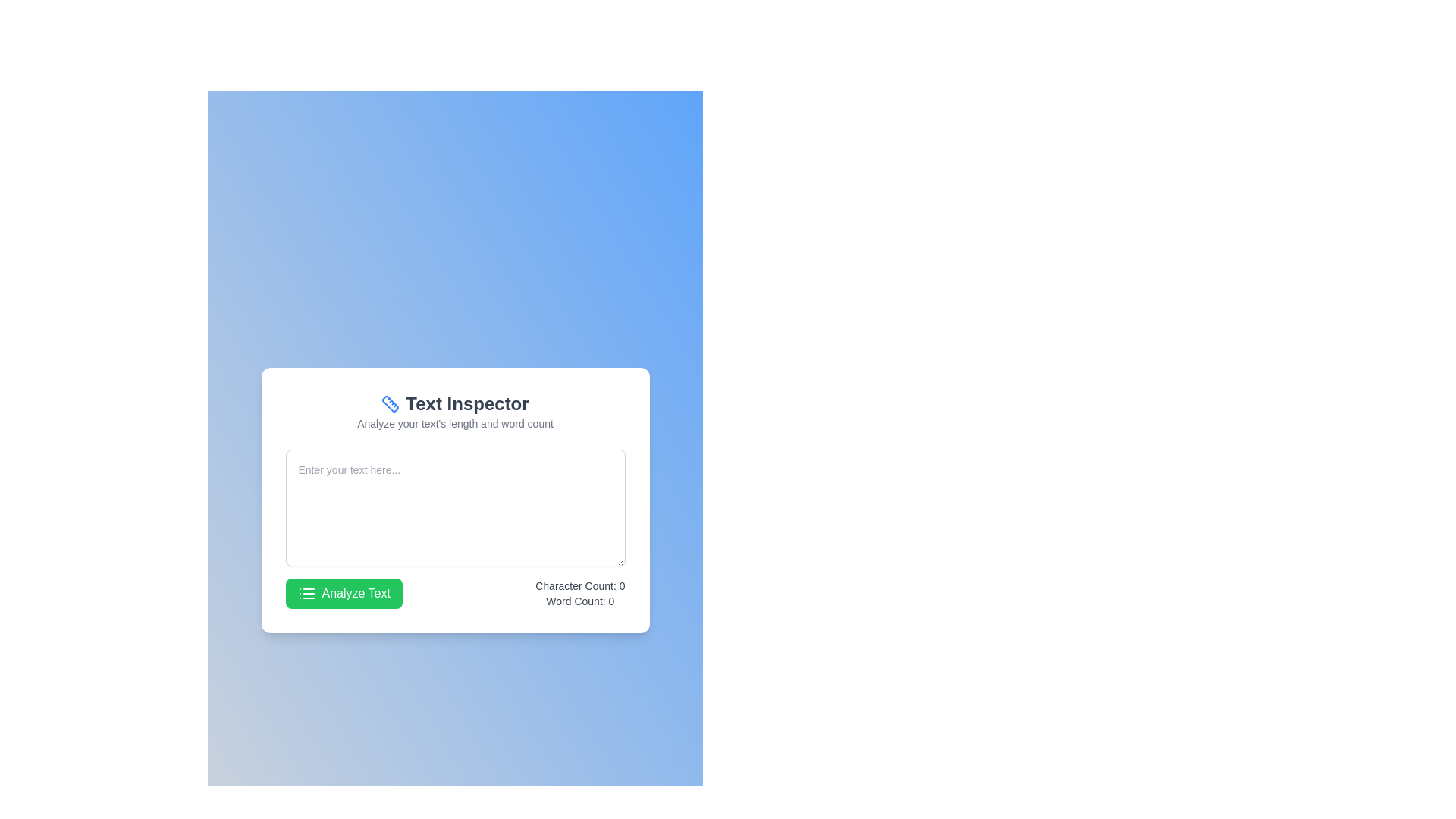 The width and height of the screenshot is (1456, 819). I want to click on the Static Text Label displaying 'Word Count: 0', which is located in the lower-right corner of the card interface below the 'Character Count: 0', so click(579, 601).